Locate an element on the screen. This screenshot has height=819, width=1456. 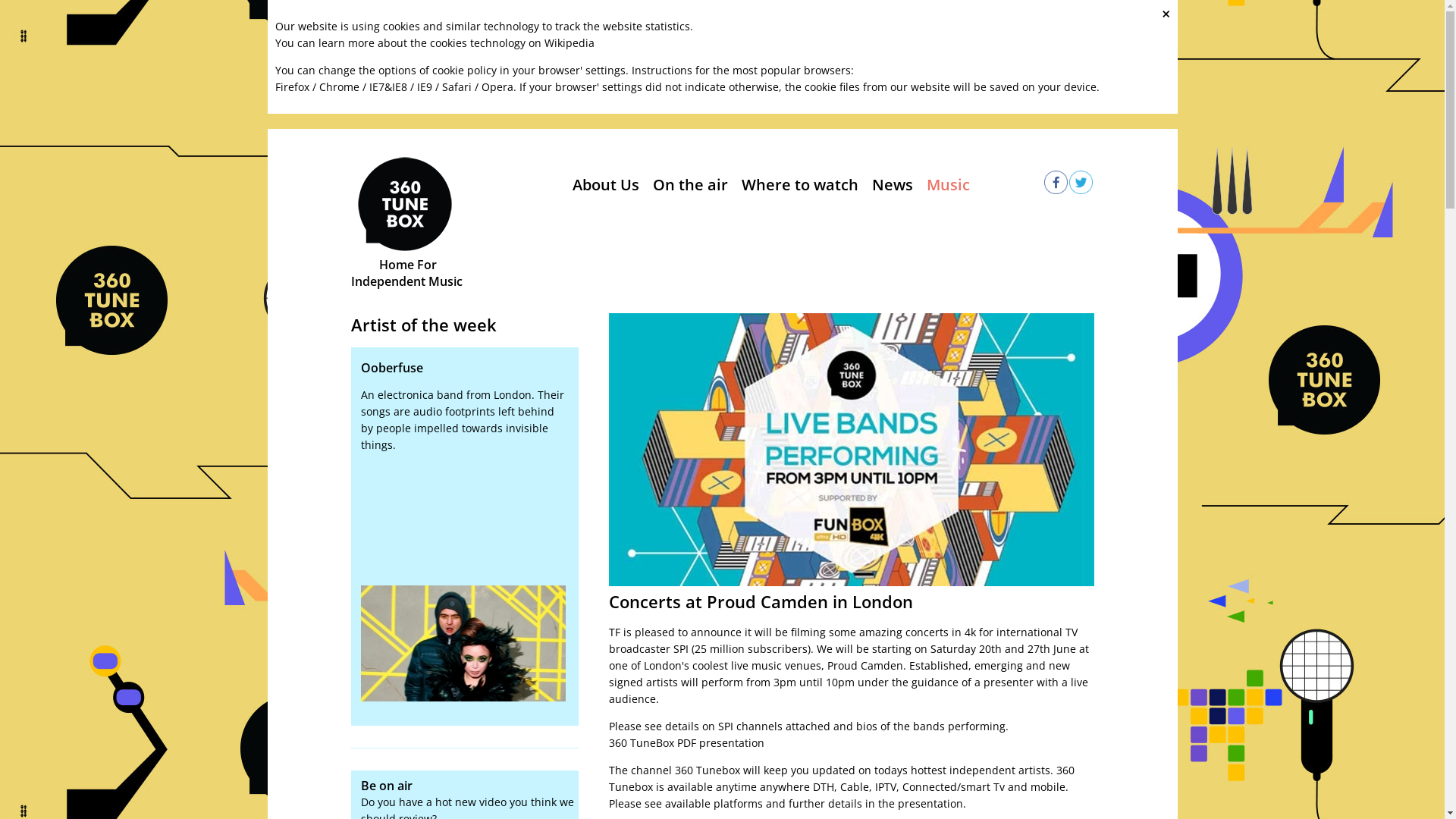
'Opera' is located at coordinates (479, 86).